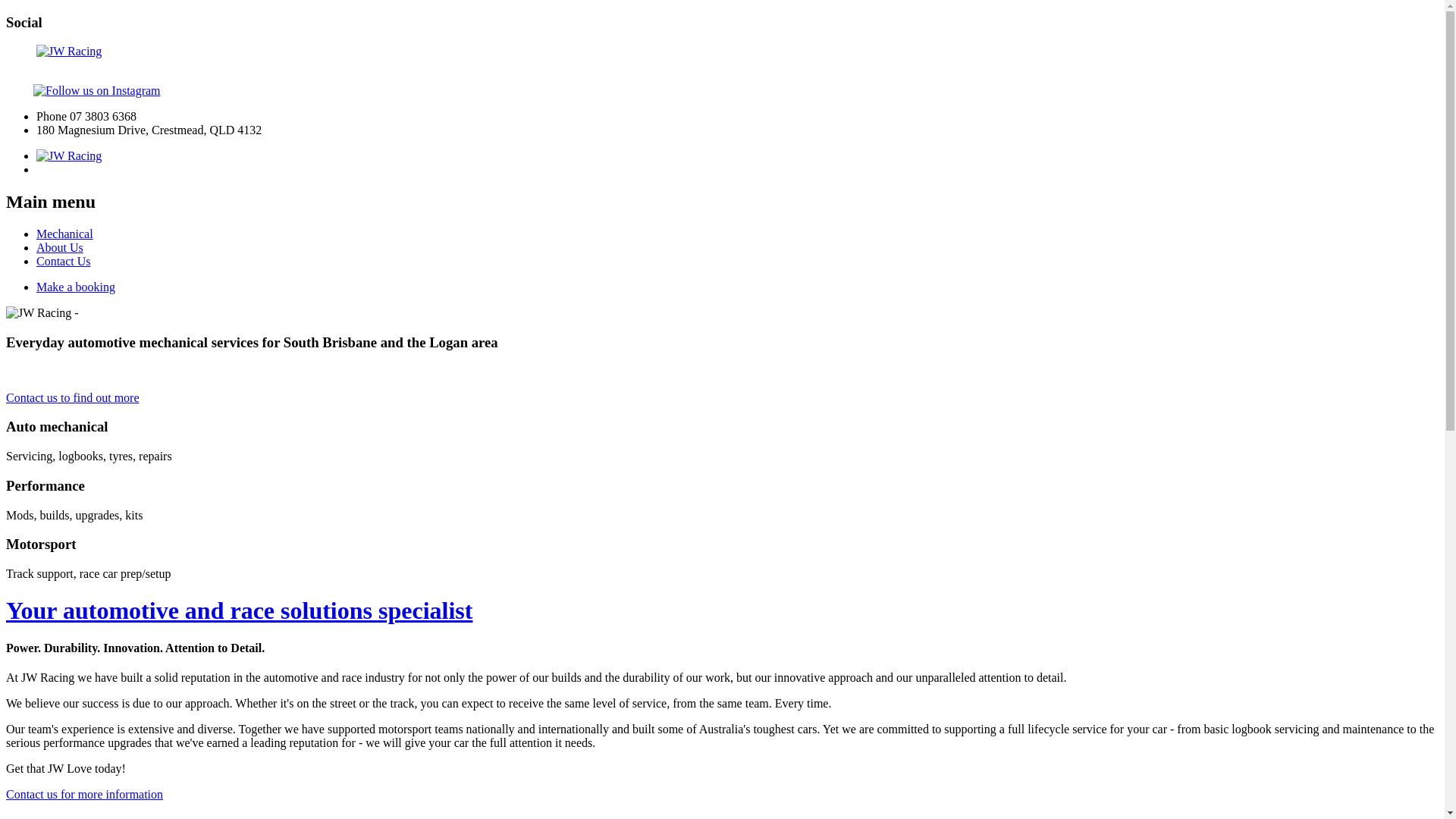  Describe the element at coordinates (721, 51) in the screenshot. I see `'JW Racing - Automotive and race solutions'` at that location.